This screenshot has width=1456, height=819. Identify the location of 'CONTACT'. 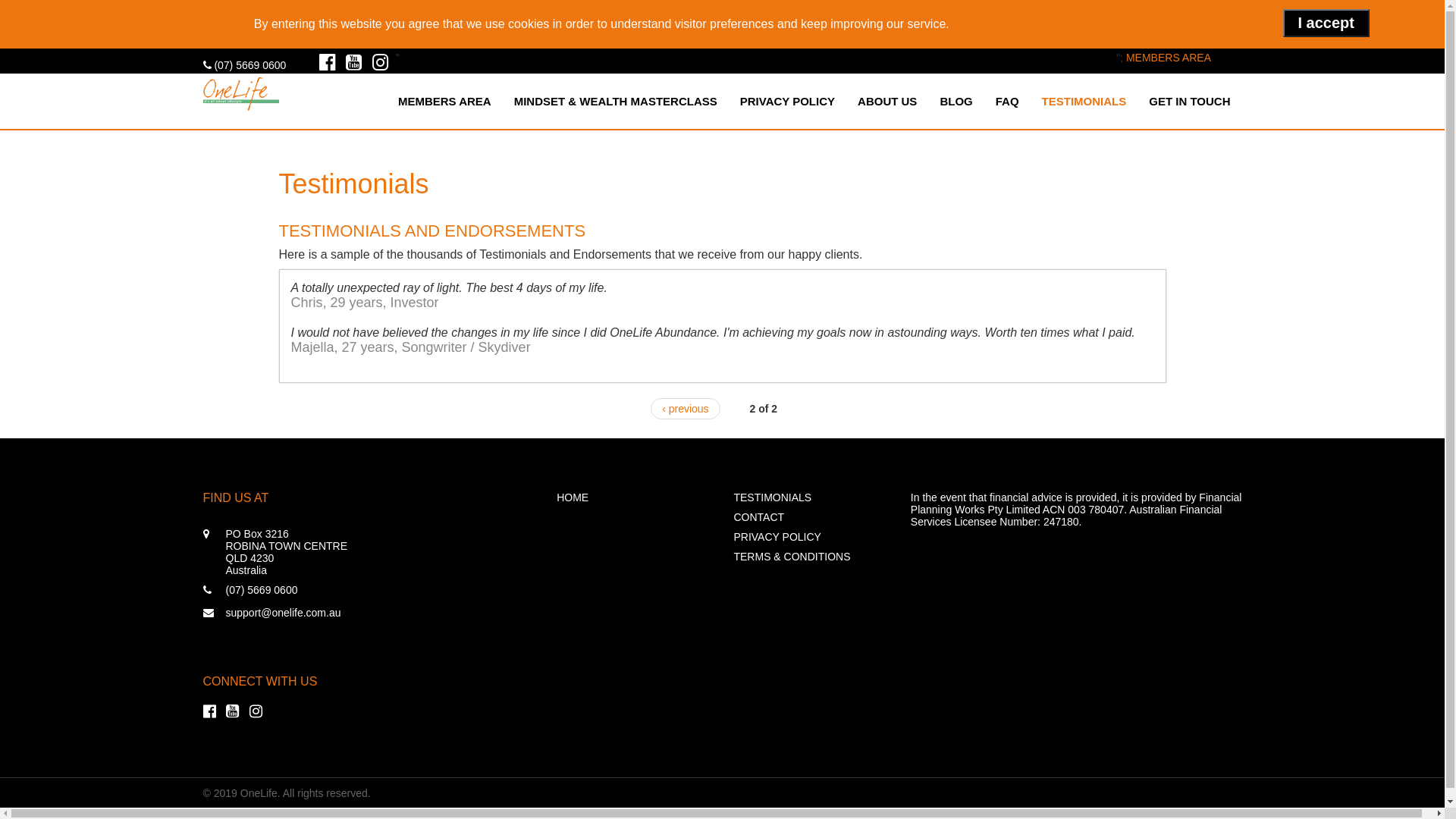
(733, 516).